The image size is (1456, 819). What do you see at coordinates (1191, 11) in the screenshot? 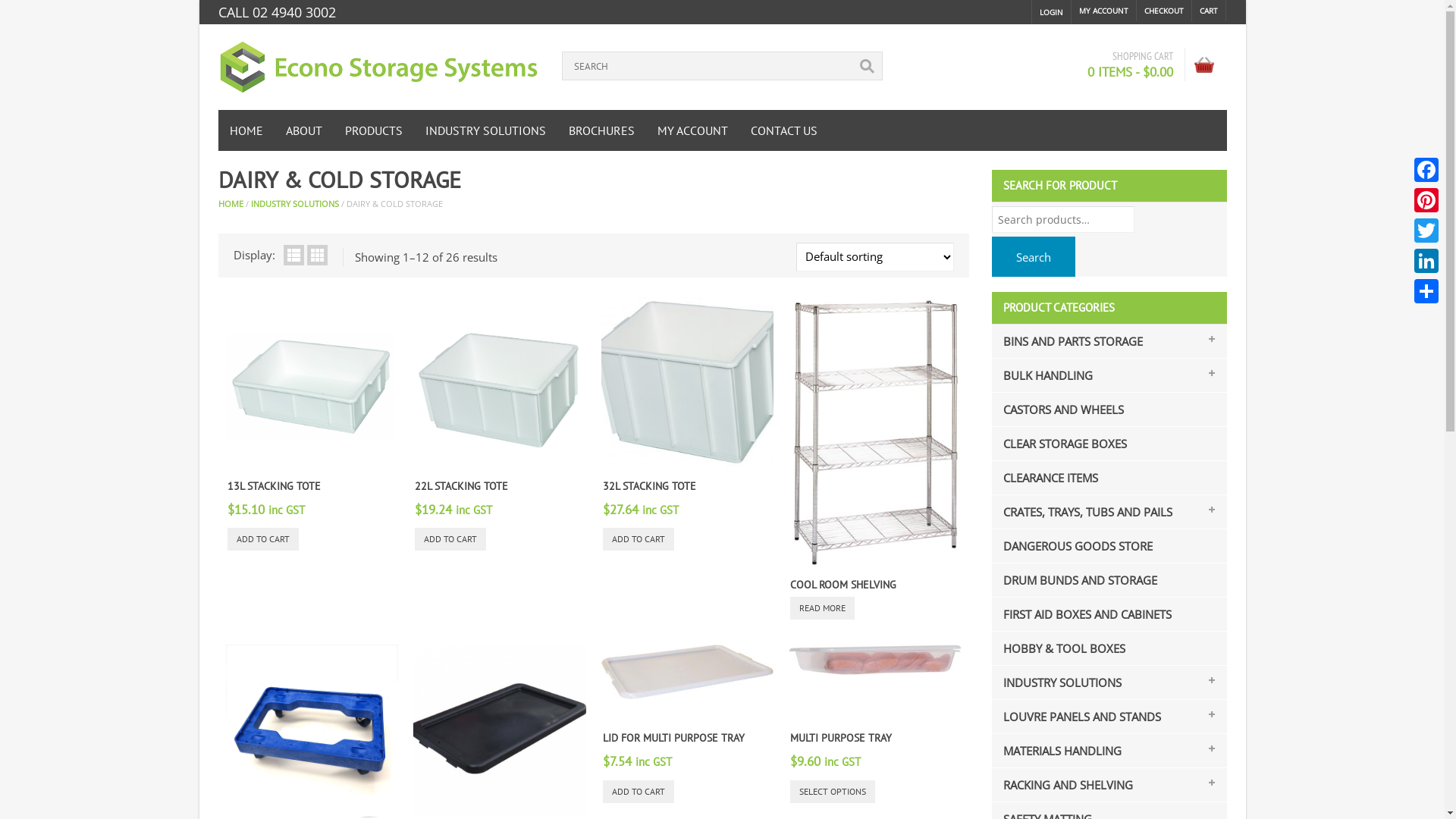
I see `'CART'` at bounding box center [1191, 11].